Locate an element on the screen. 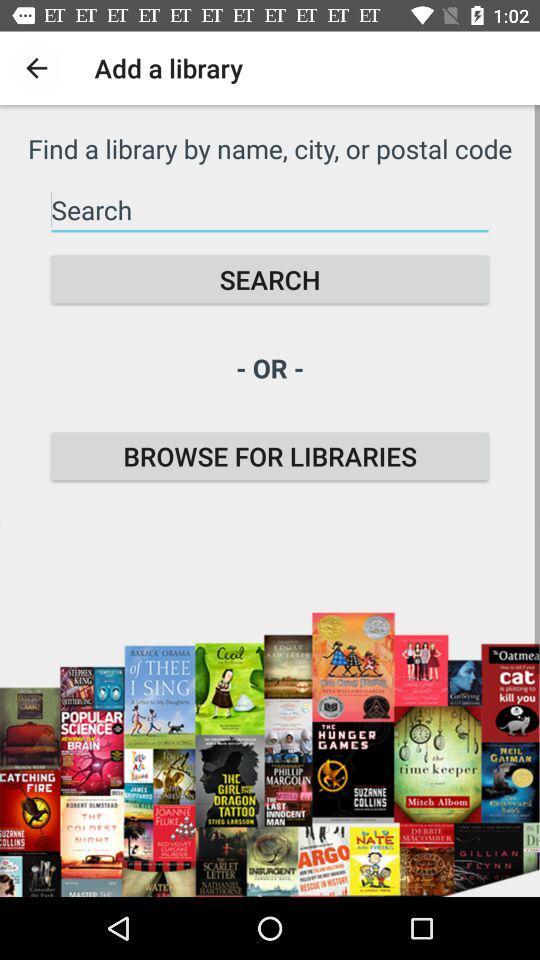 The height and width of the screenshot is (960, 540). the icon above search item is located at coordinates (270, 210).